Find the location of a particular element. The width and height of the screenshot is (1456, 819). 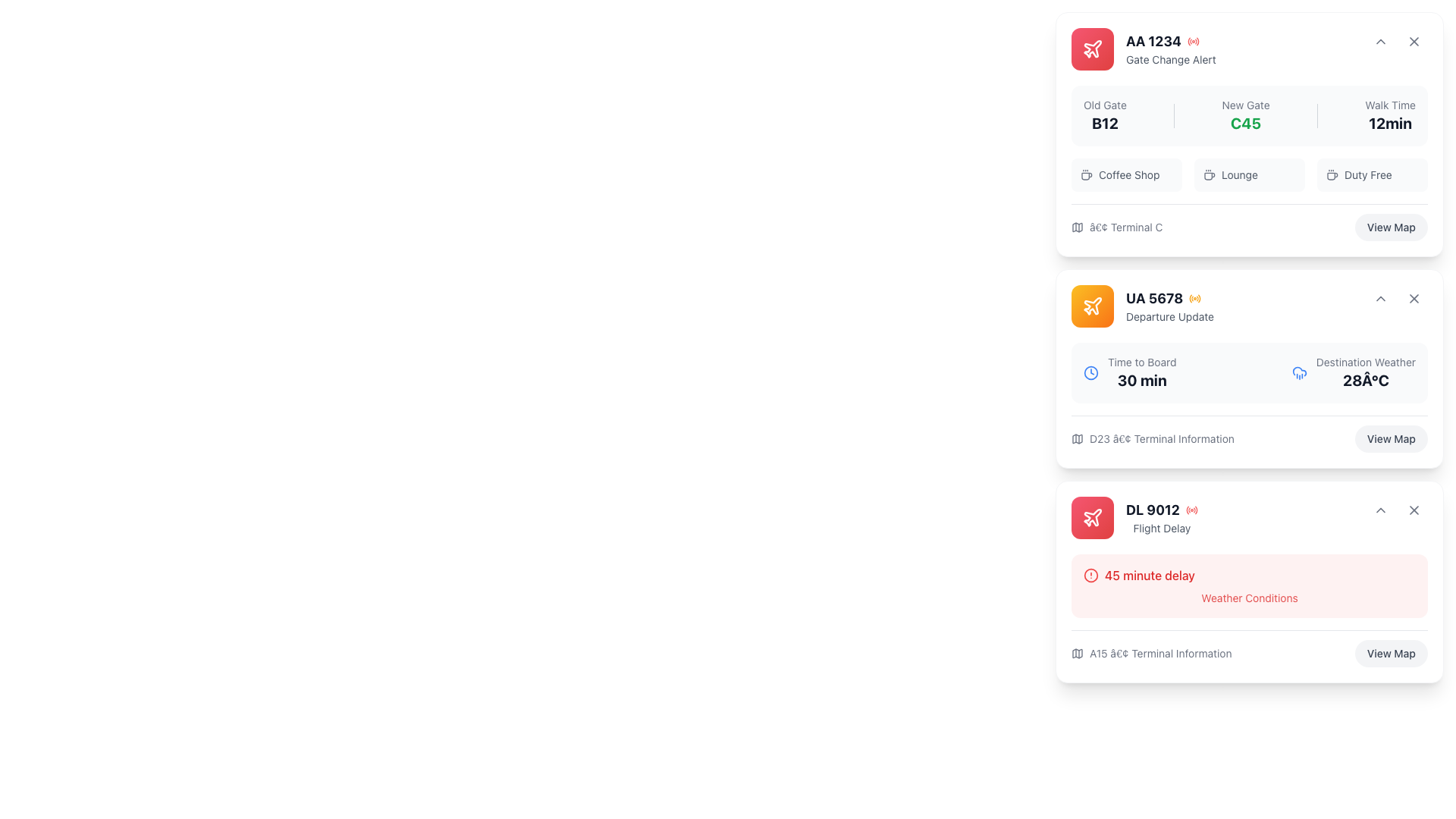

the text label that reads 'Gate Change Alert', which is styled in light gray and positioned below 'AA 1234' within the top-right card is located at coordinates (1170, 58).